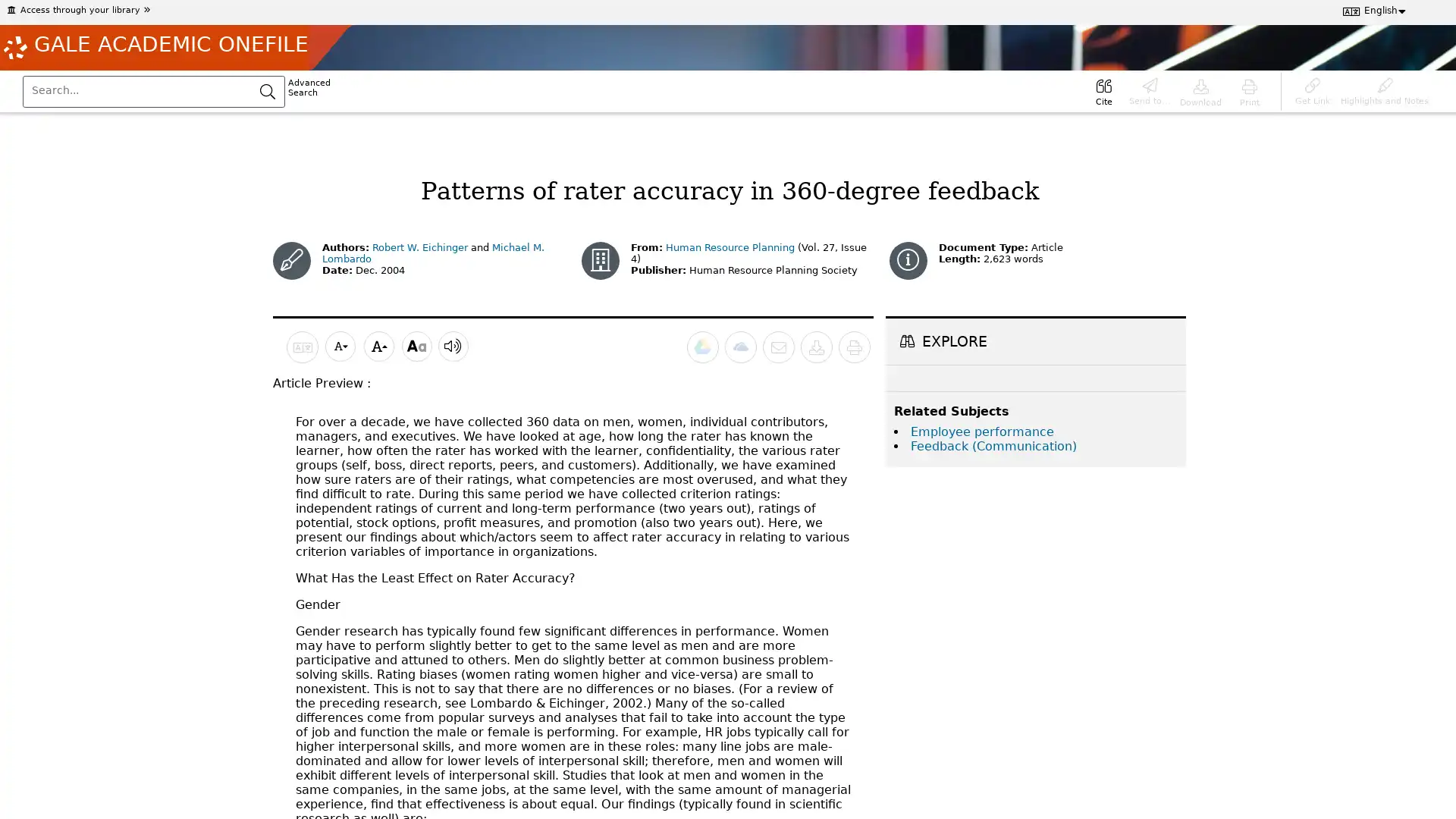 This screenshot has height=819, width=1456. What do you see at coordinates (416, 346) in the screenshot?
I see `Display options` at bounding box center [416, 346].